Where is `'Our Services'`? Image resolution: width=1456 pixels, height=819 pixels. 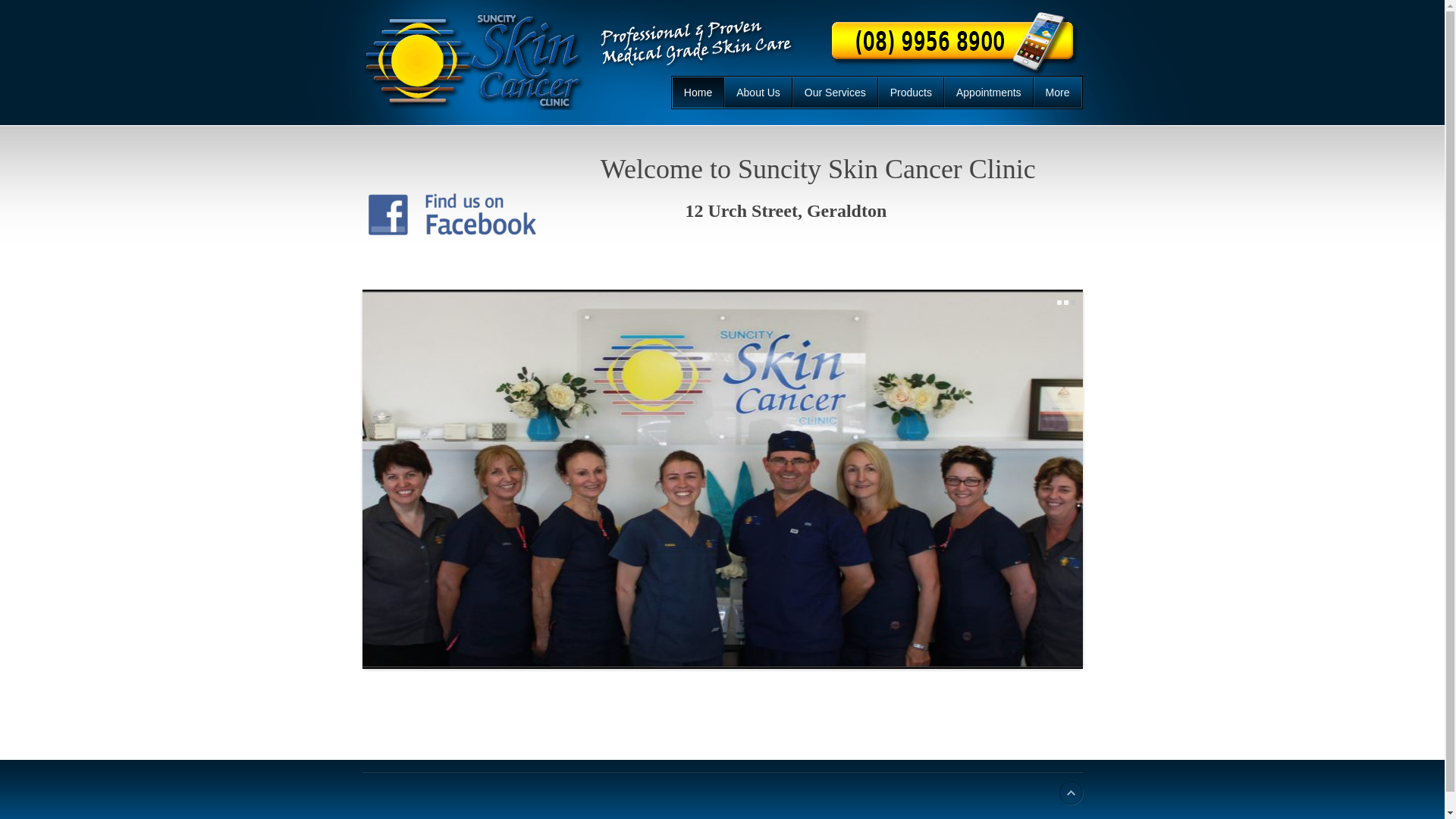
'Our Services' is located at coordinates (834, 93).